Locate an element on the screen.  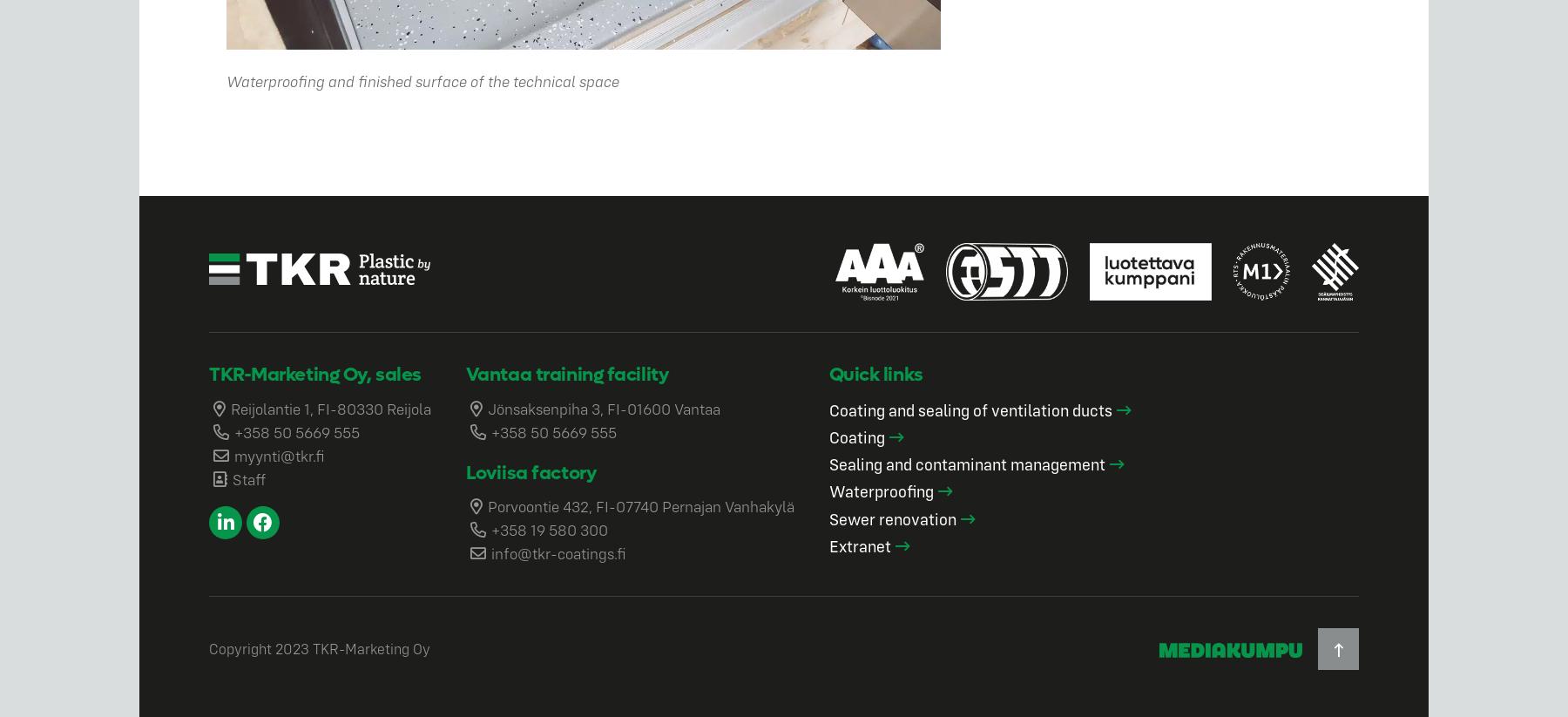
'Waterproofing and finished surface of the technical space' is located at coordinates (422, 79).